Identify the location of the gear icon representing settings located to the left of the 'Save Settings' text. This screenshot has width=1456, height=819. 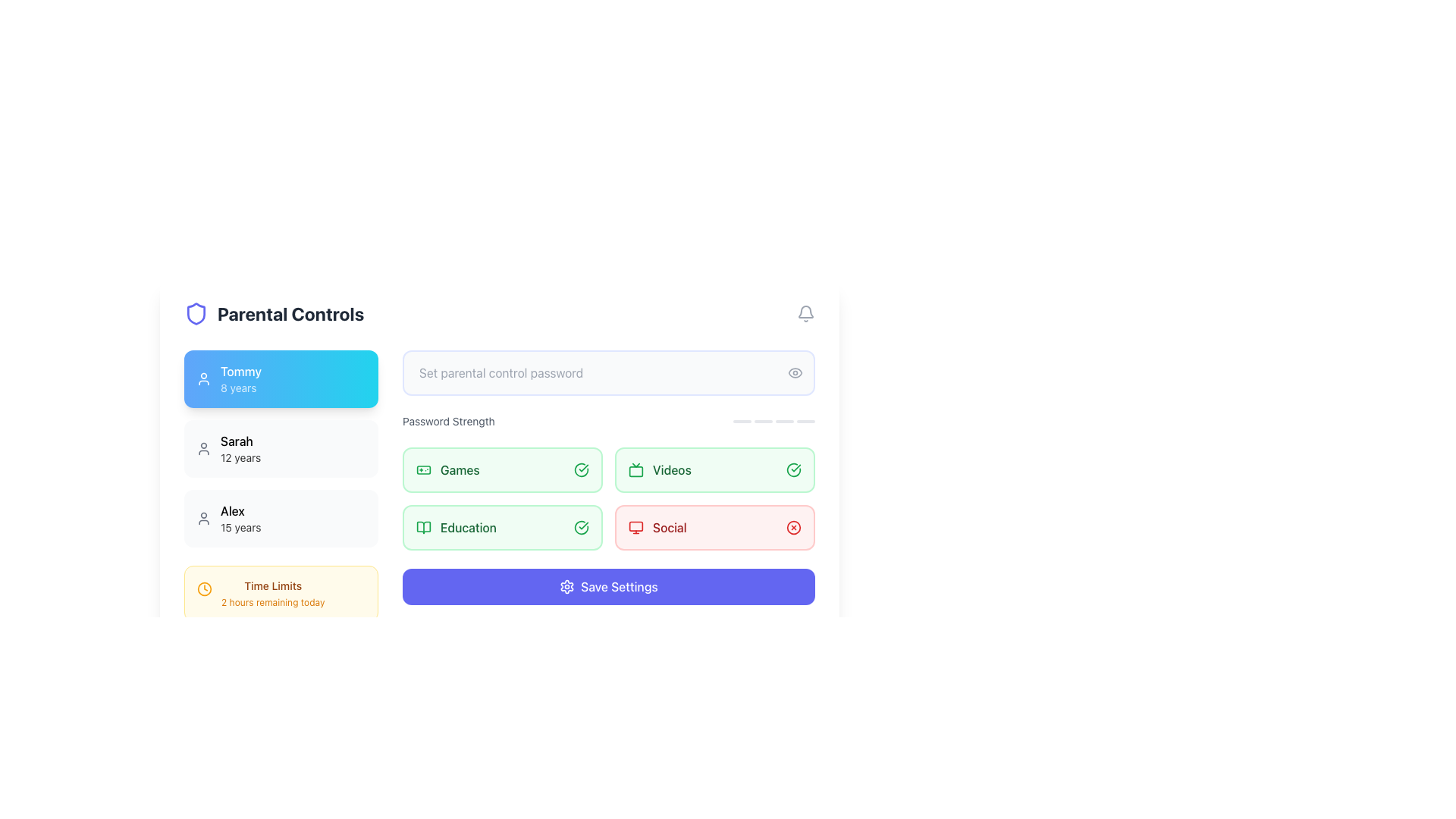
(566, 586).